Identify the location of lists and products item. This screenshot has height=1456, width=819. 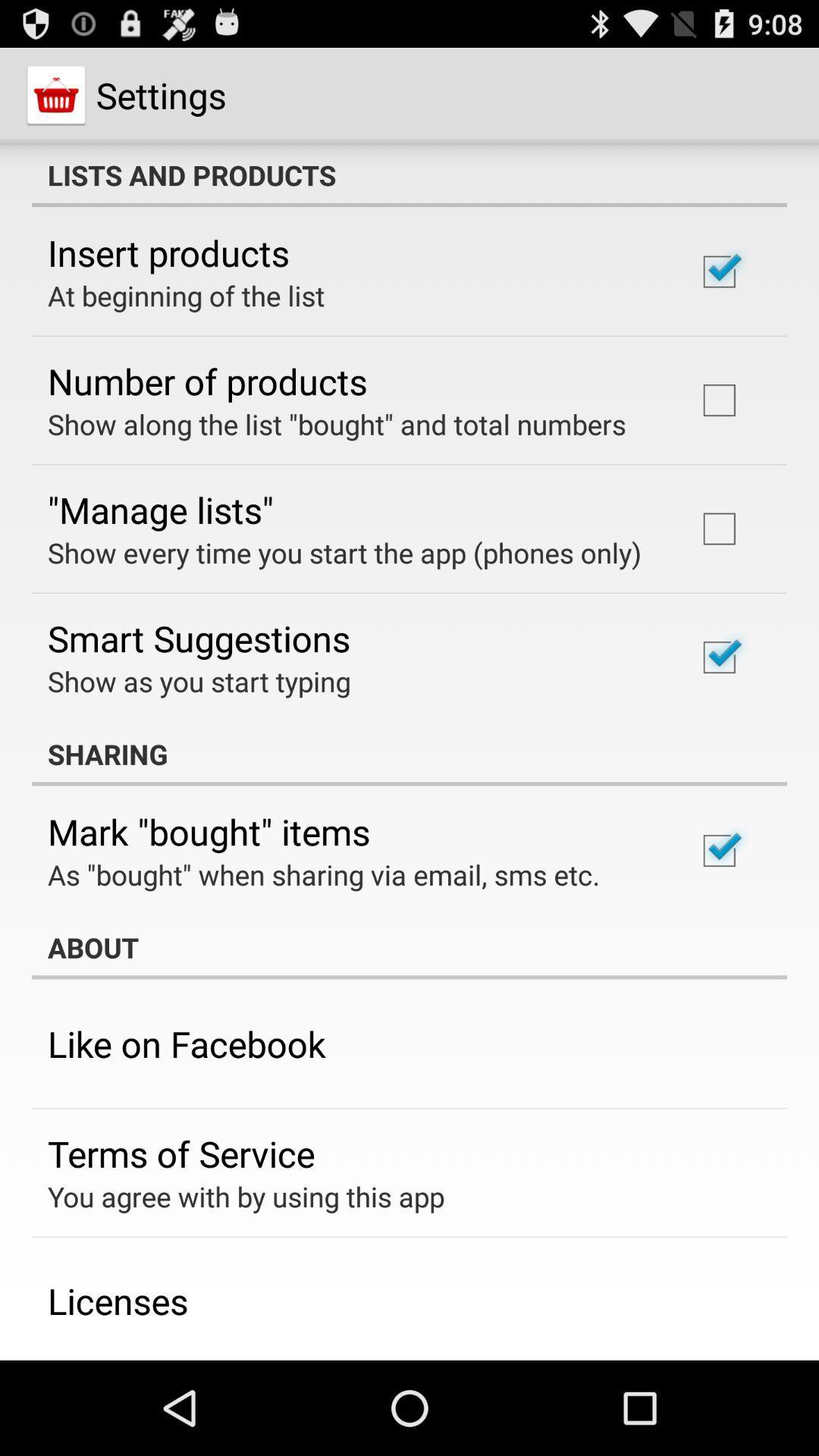
(409, 174).